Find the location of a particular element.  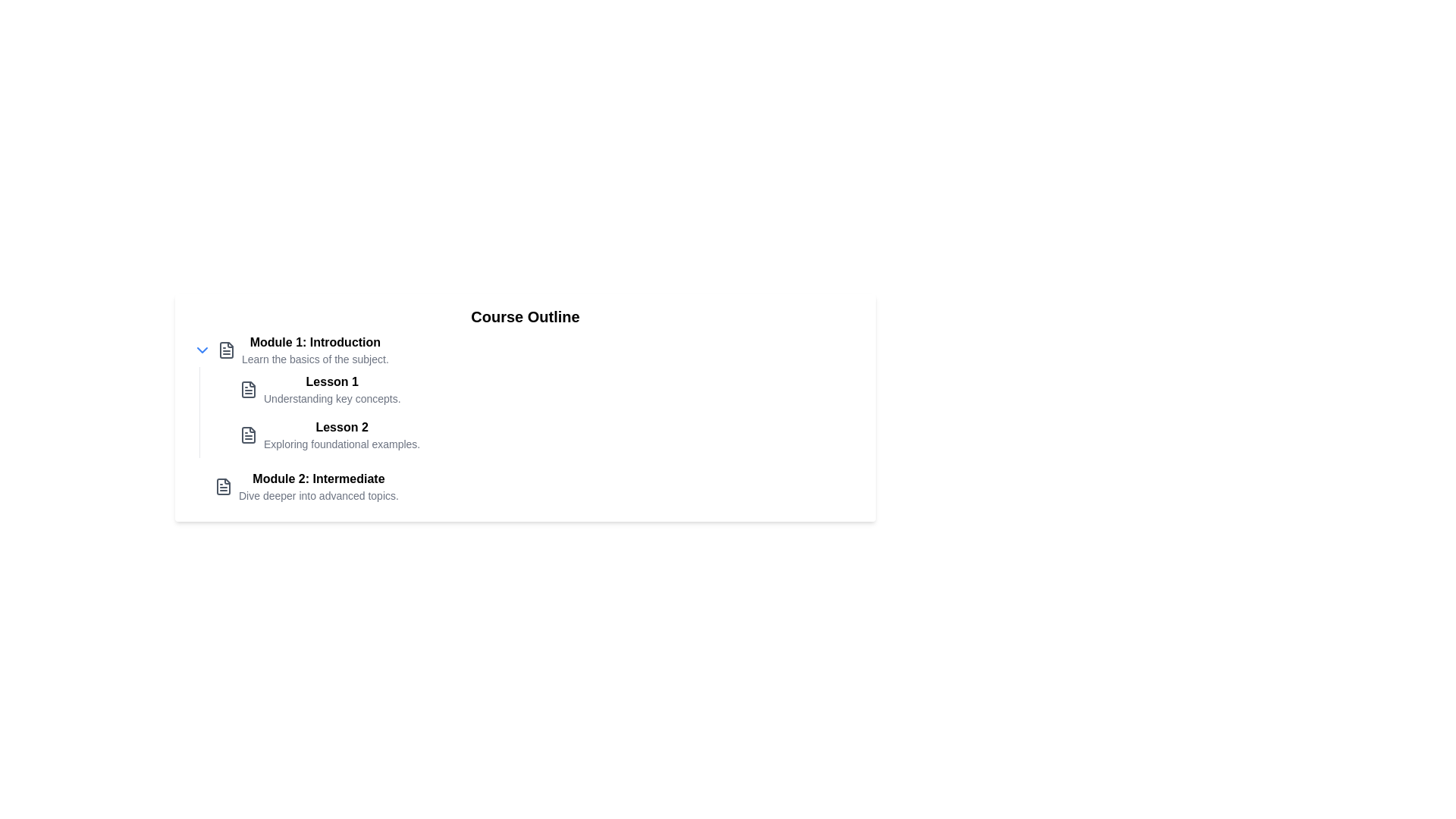

the document-like icon indicating 'Lesson 2', located to the left of the text 'Lesson 2 Exploring foundational examples' is located at coordinates (248, 435).